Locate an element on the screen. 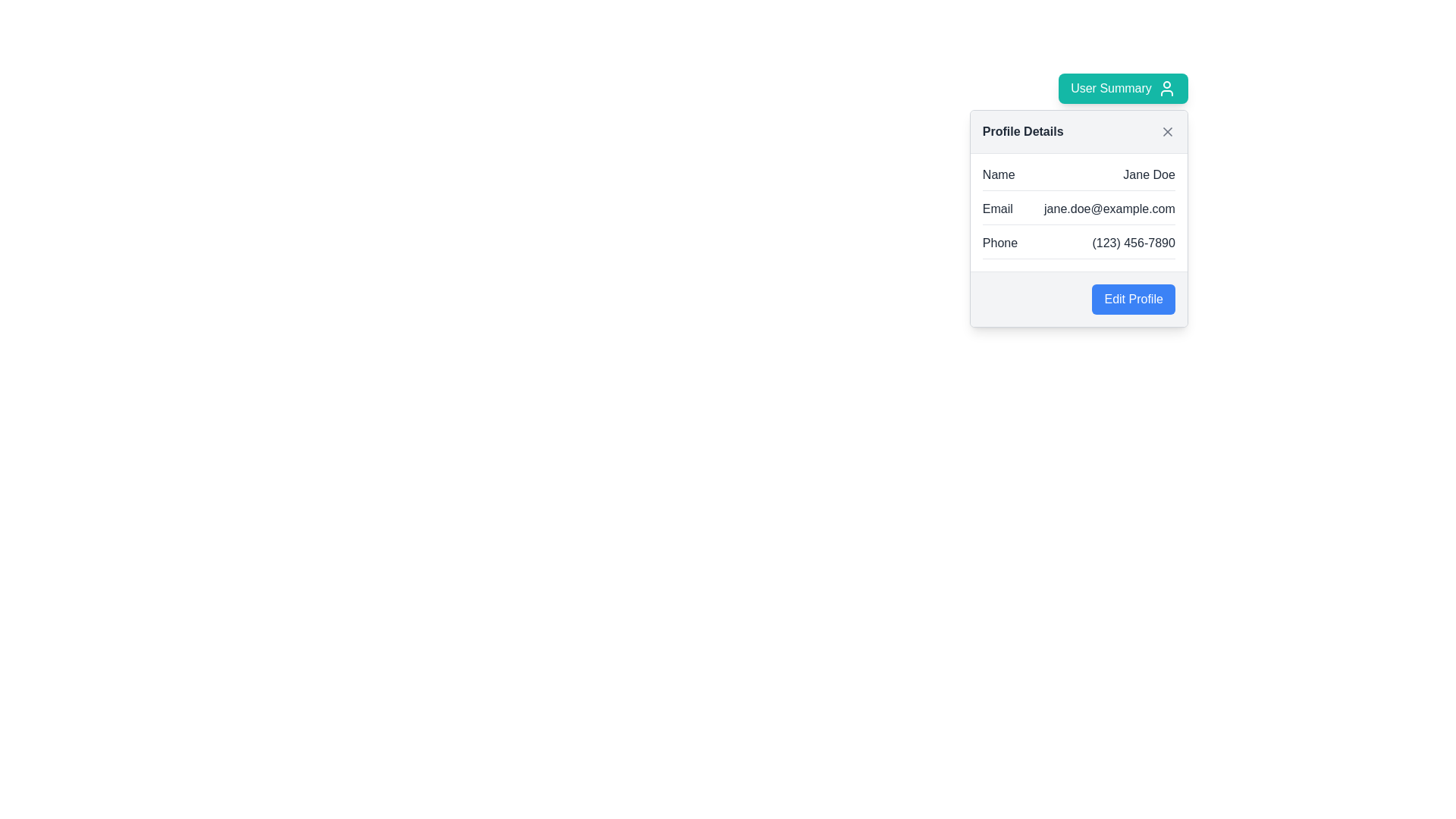 This screenshot has height=819, width=1456. the dismiss or close icon represented by an 'X' located in the upper-right corner of the 'Profile Details' card to trigger tooltip or visual feedback is located at coordinates (1166, 130).